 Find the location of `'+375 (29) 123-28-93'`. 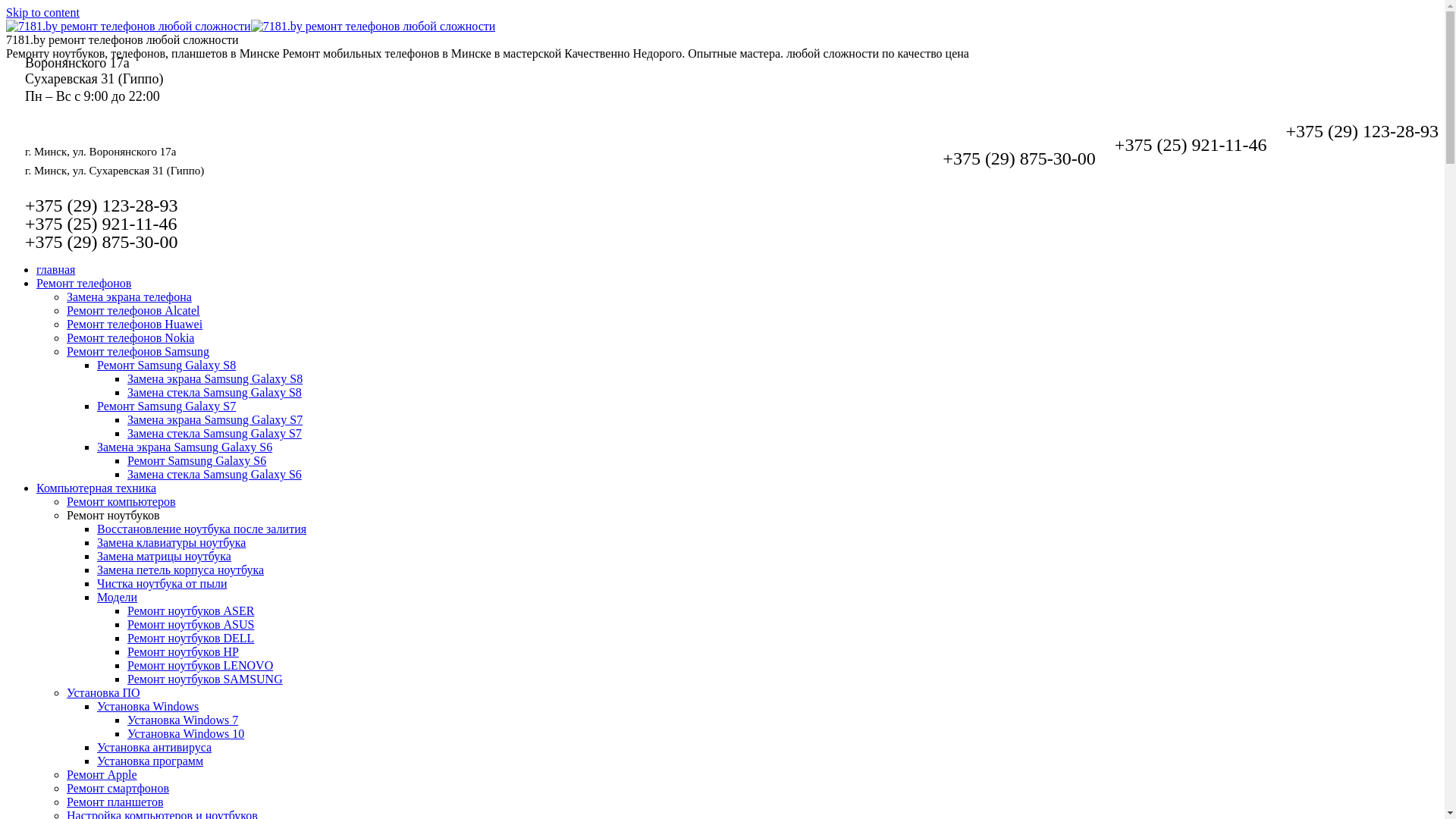

'+375 (29) 123-28-93' is located at coordinates (101, 205).